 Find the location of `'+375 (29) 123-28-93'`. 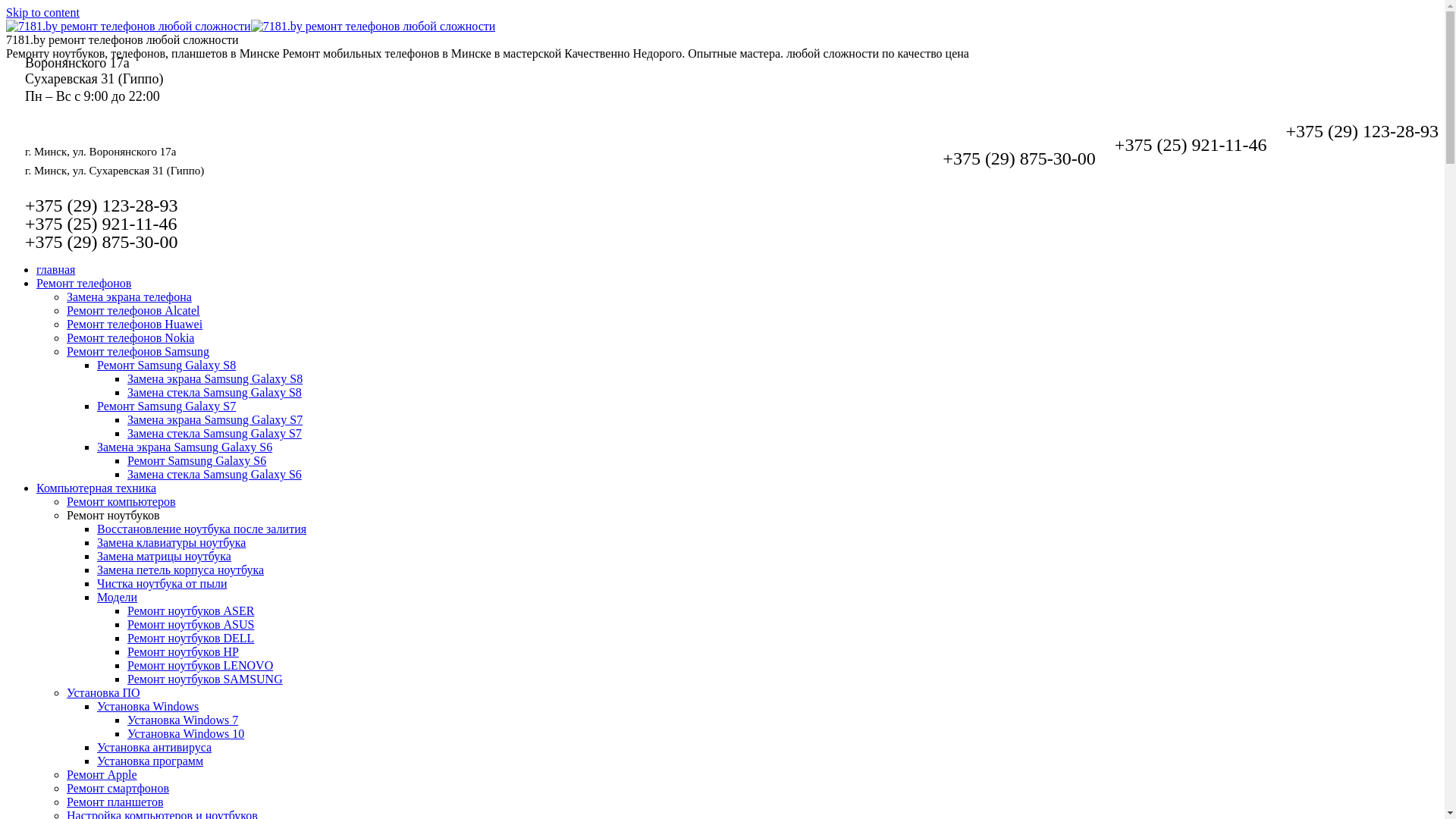

'+375 (29) 123-28-93' is located at coordinates (101, 205).